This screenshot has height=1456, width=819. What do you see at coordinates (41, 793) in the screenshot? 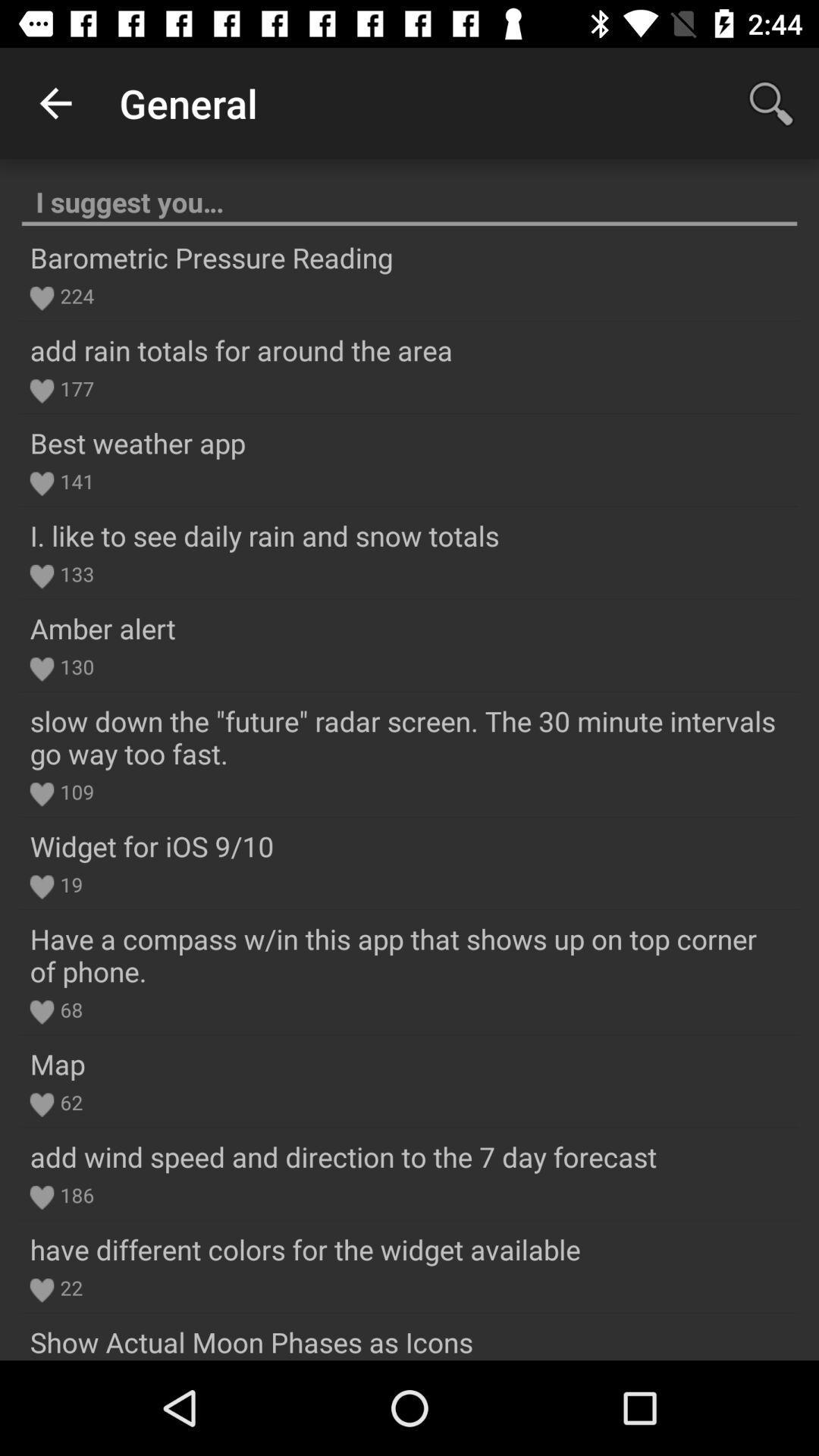
I see `the icon next to the 109 item` at bounding box center [41, 793].